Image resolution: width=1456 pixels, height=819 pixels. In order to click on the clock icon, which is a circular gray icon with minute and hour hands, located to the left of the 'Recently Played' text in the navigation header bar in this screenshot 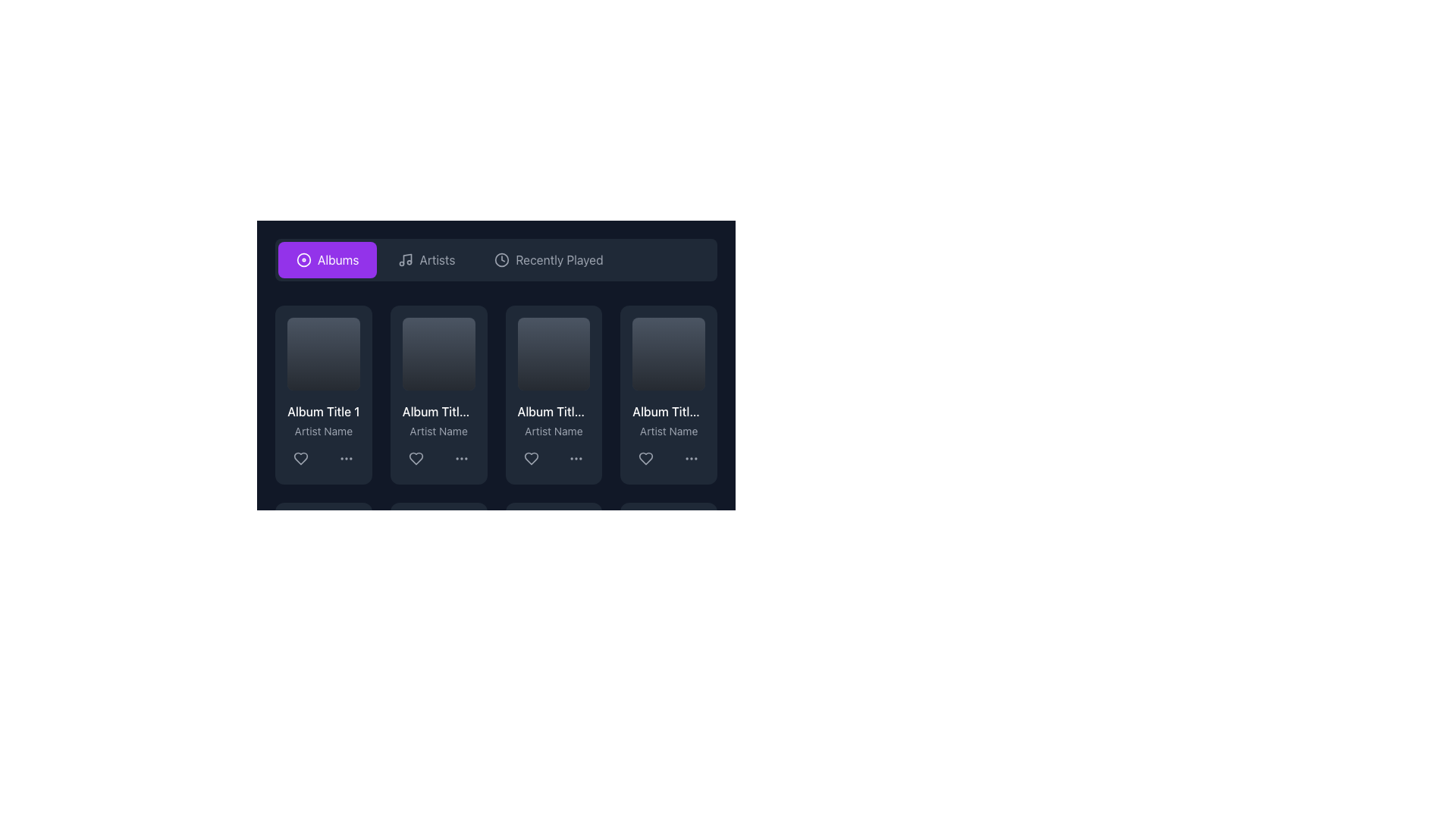, I will do `click(502, 259)`.